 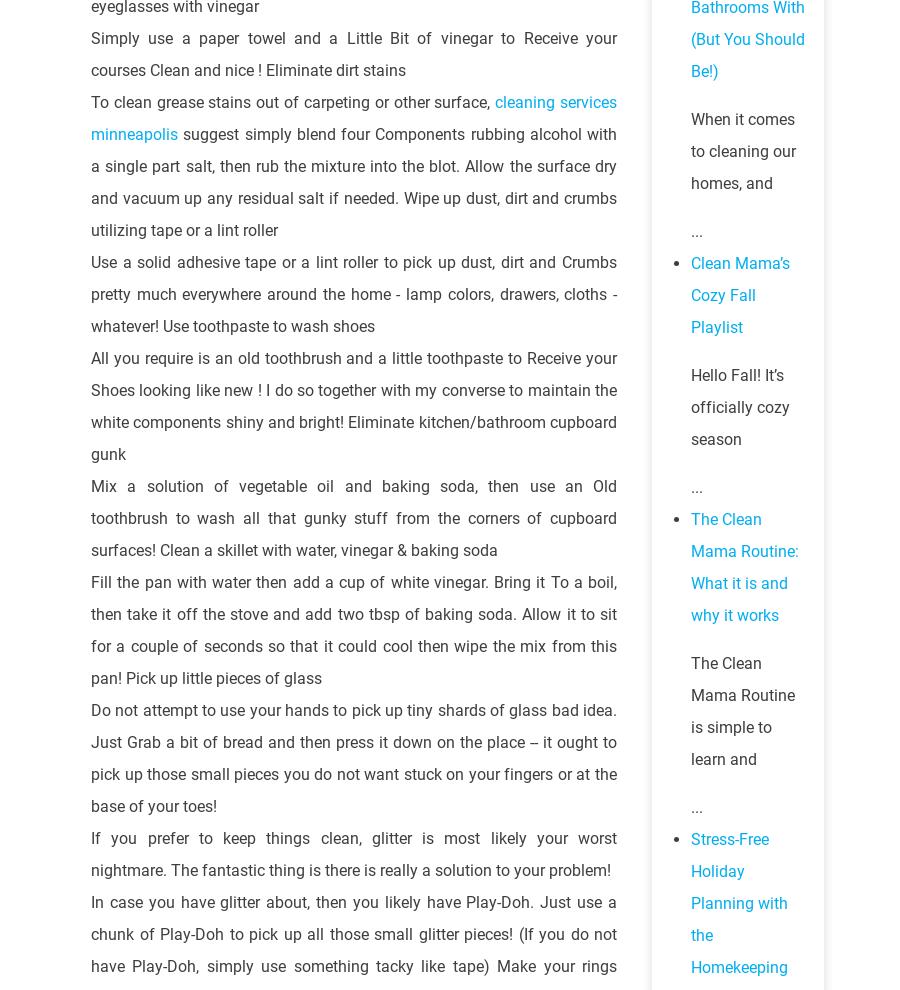 What do you see at coordinates (353, 628) in the screenshot?
I see `'Fill the pan with water then add a cup of white vinegar. Bring it To a boil, then take it off the stove and add two tbsp of baking soda. Allow it to sit for a couple of seconds so that it could cool then wipe the mix from this pan! Pick up little pieces of glass'` at bounding box center [353, 628].